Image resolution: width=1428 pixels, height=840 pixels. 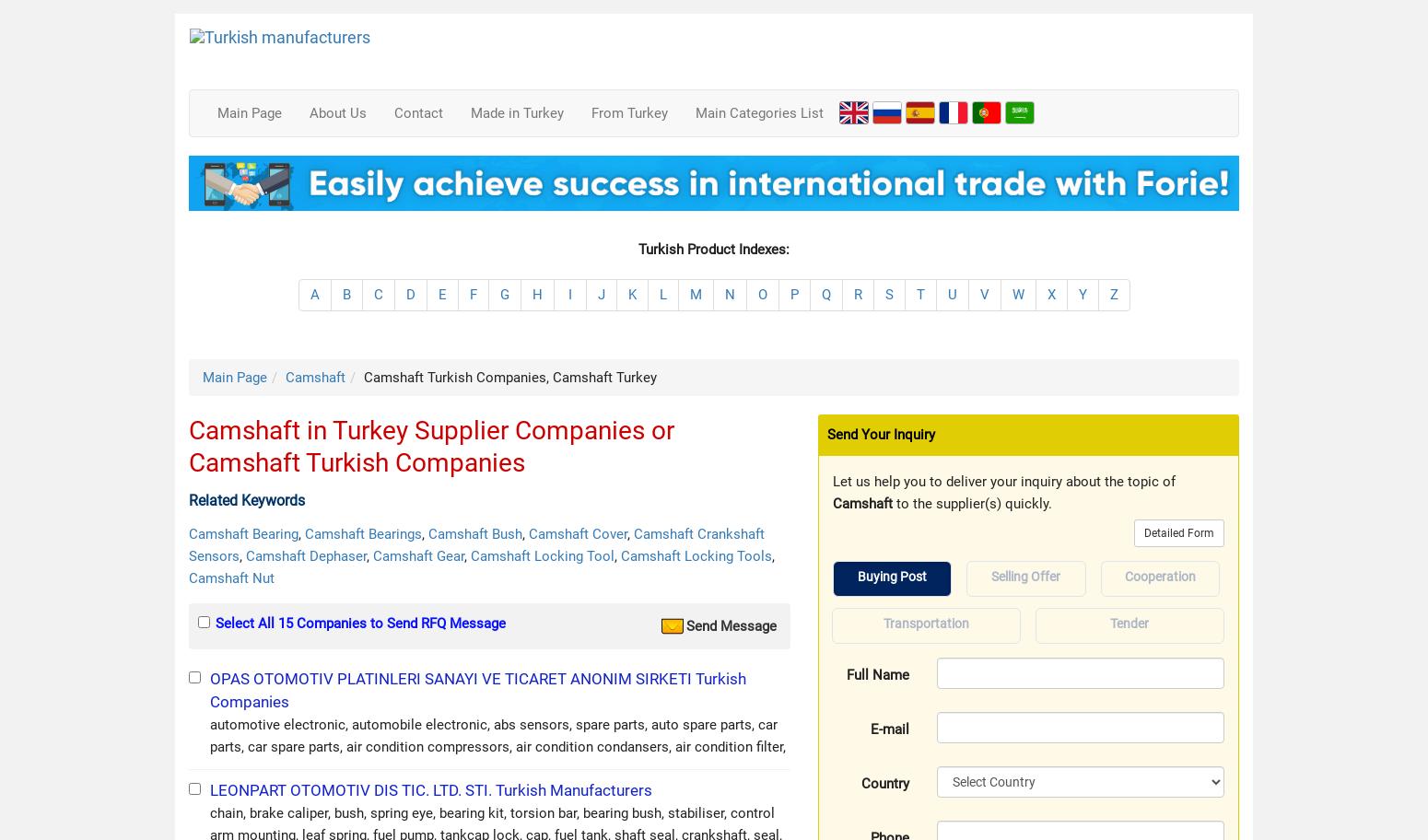 What do you see at coordinates (577, 532) in the screenshot?
I see `'Camshaft Cover'` at bounding box center [577, 532].